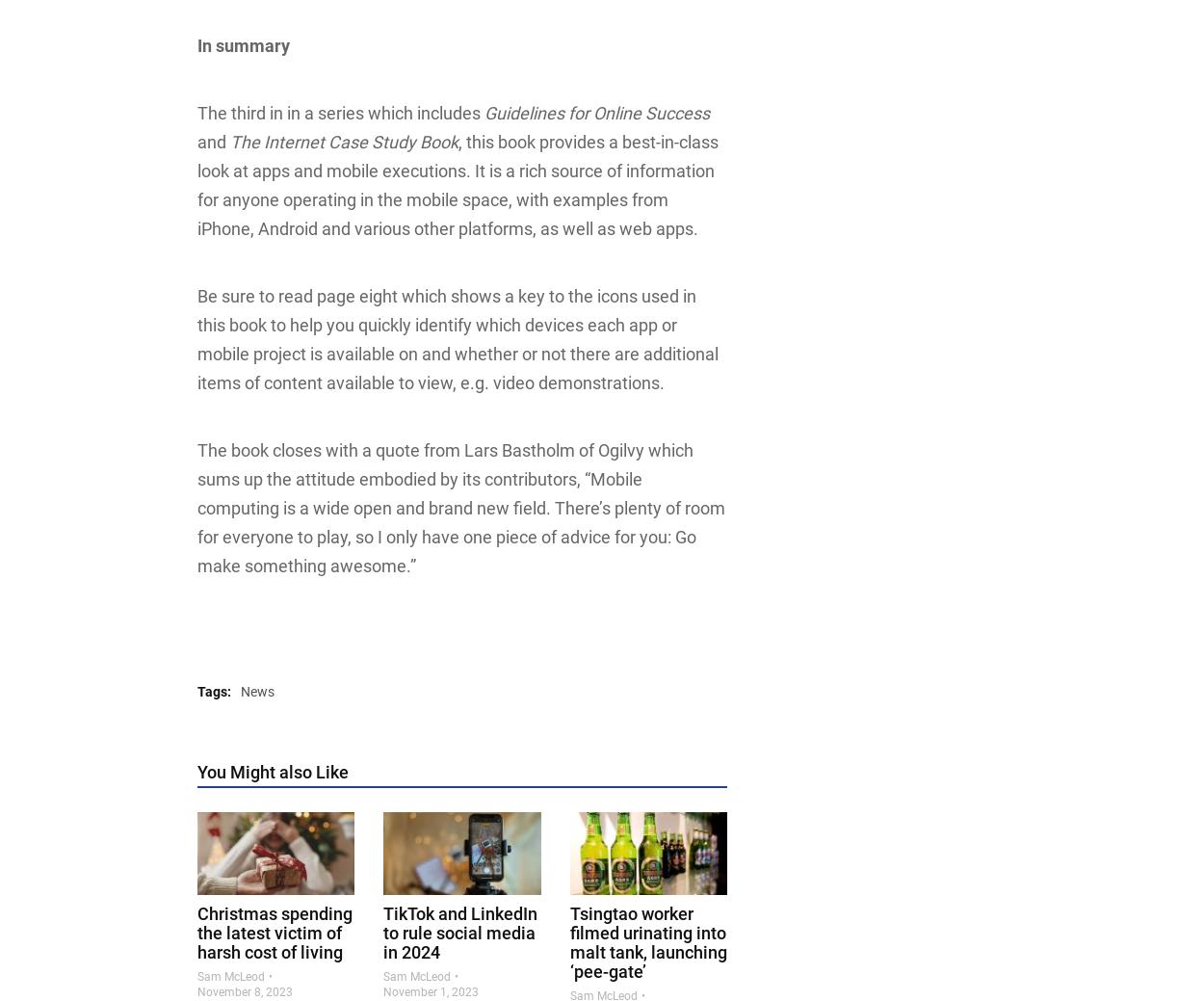 The height and width of the screenshot is (1001, 1204). I want to click on 'The Internet Case Study Book', so click(343, 141).